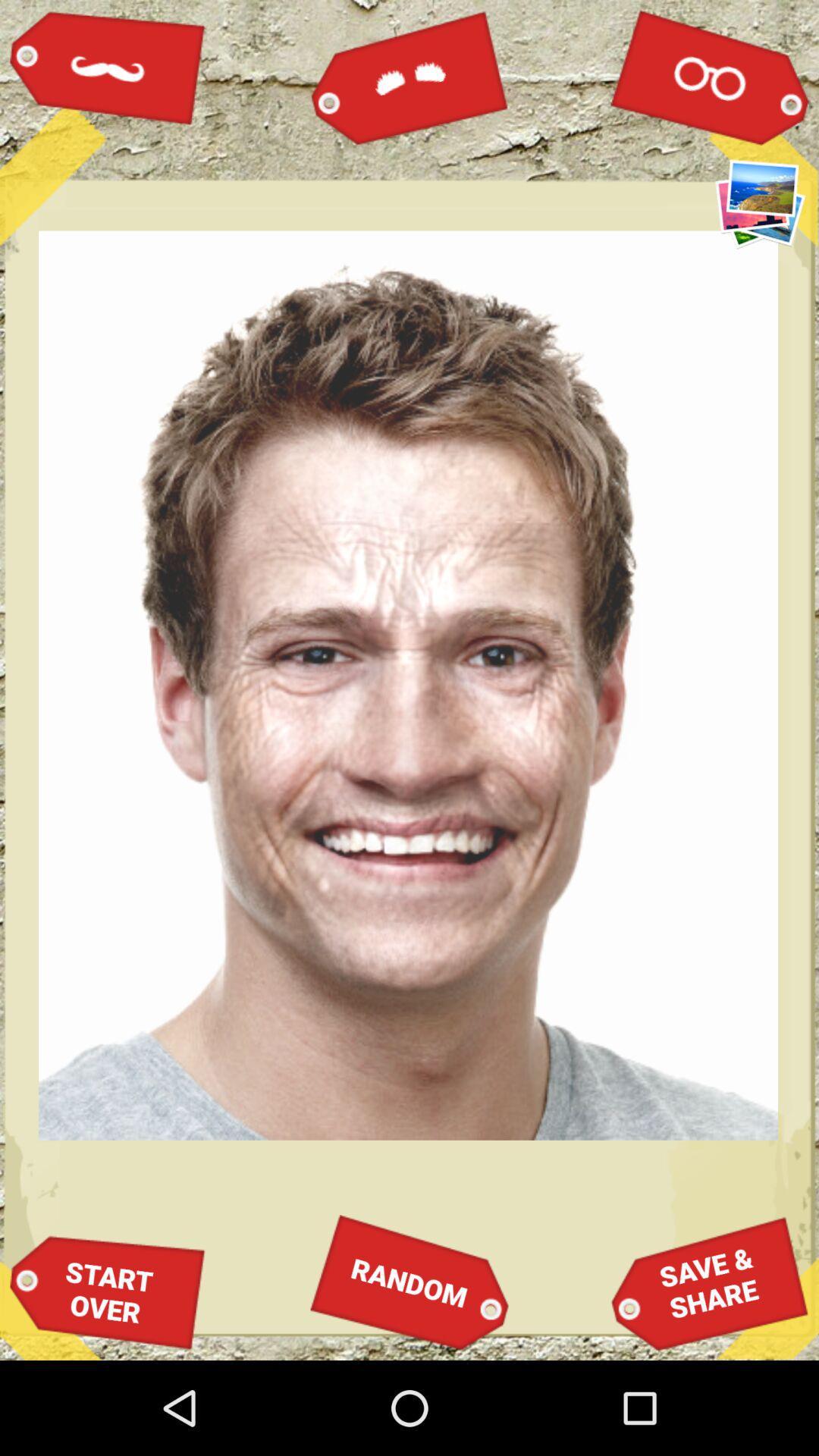 The height and width of the screenshot is (1456, 819). I want to click on icon to the left of random item, so click(107, 1291).